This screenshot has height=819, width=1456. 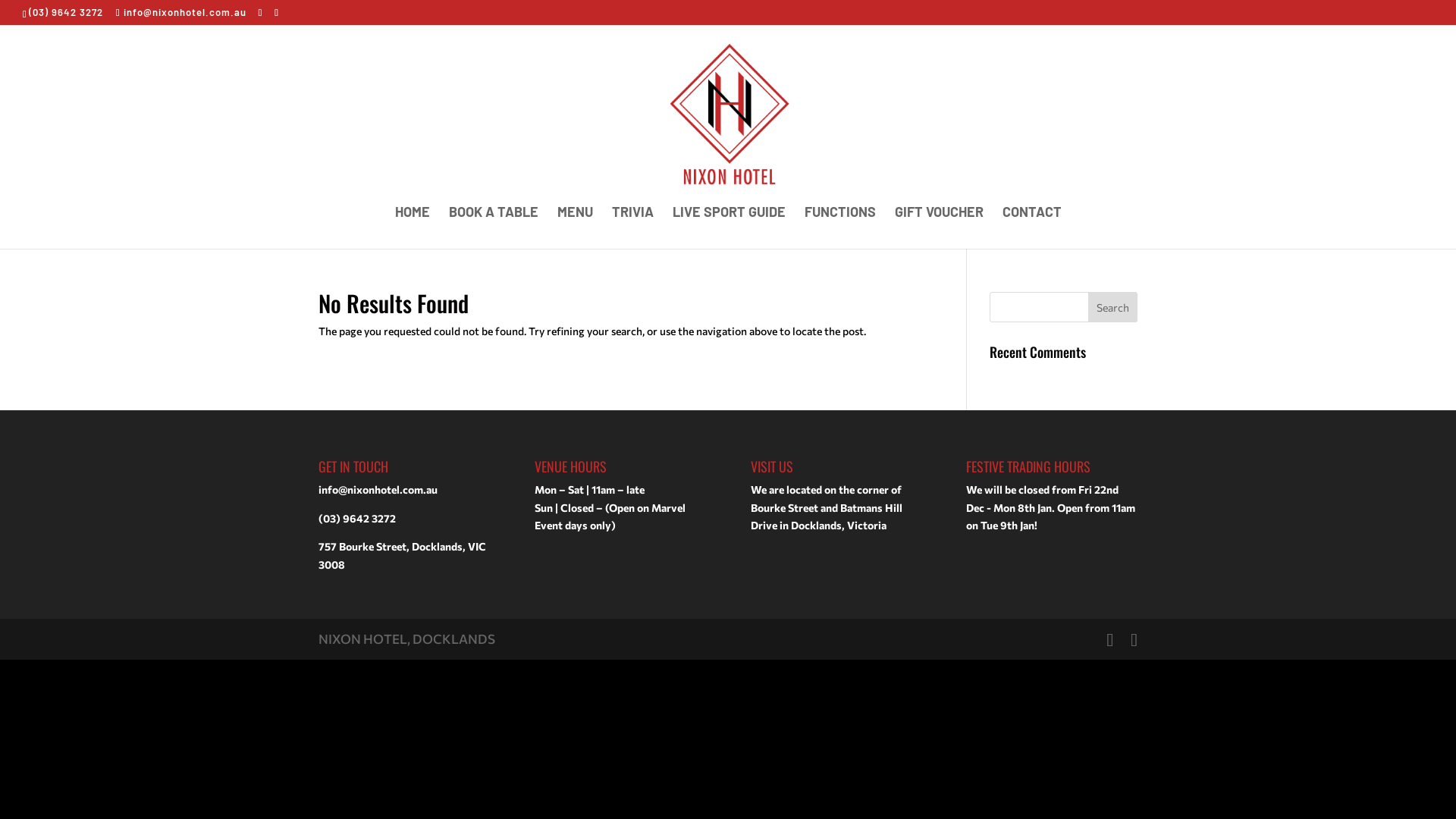 What do you see at coordinates (1112, 307) in the screenshot?
I see `'Search'` at bounding box center [1112, 307].